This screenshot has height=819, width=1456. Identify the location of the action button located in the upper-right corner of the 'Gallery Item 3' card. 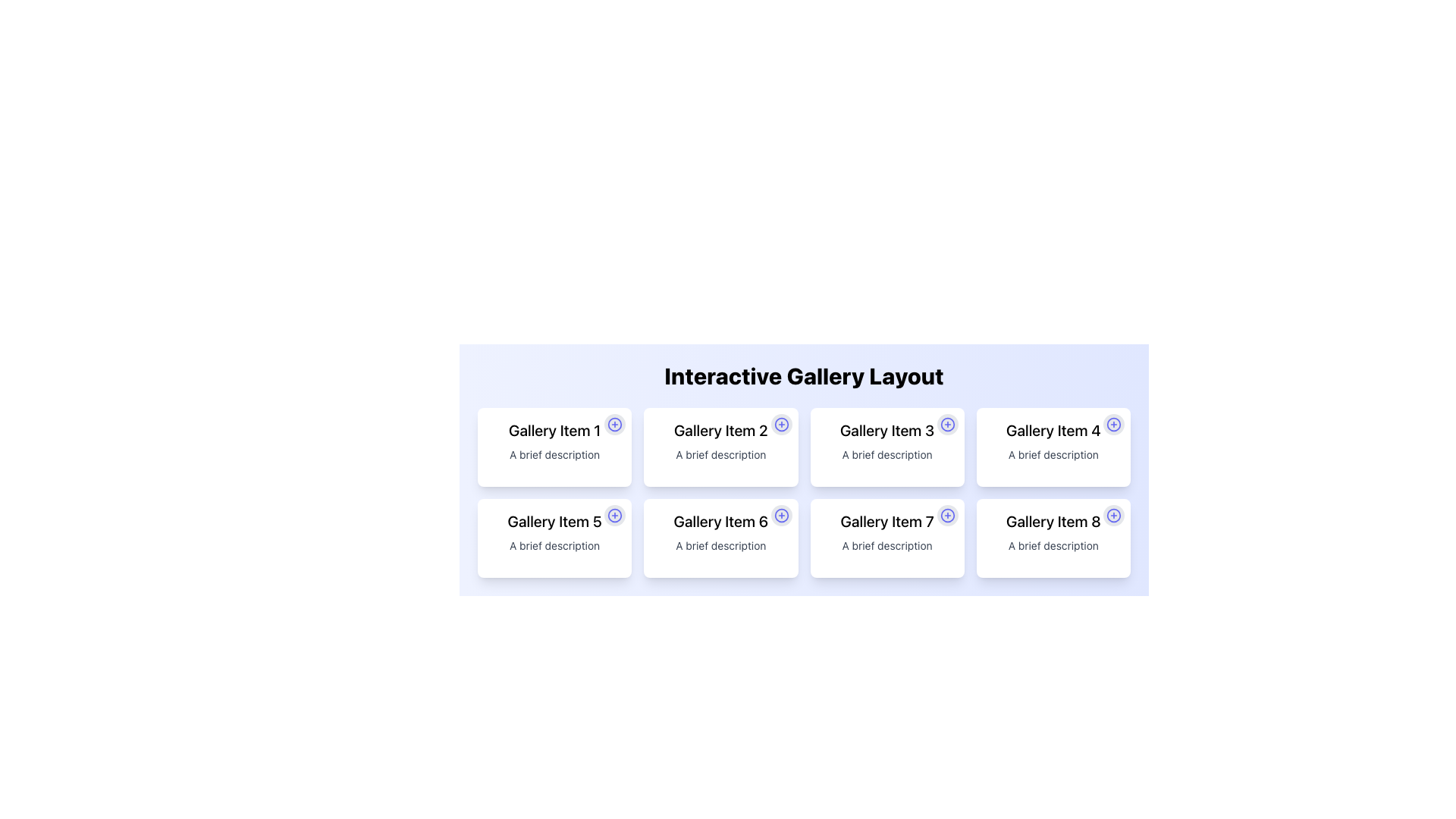
(946, 424).